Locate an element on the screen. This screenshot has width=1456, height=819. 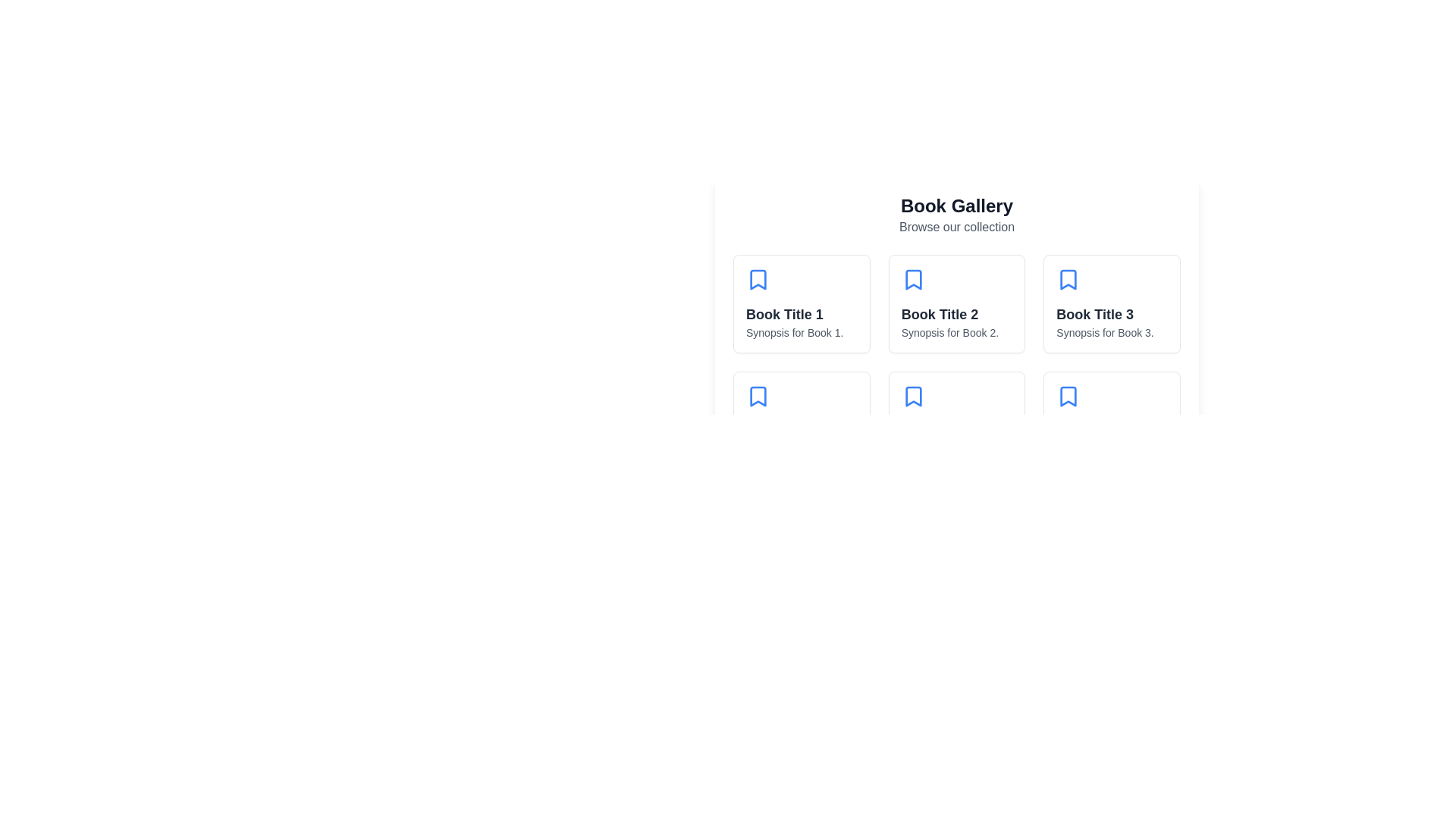
the icon located above the text 'Book Title 1' in the first card of the gallery grid is located at coordinates (758, 280).